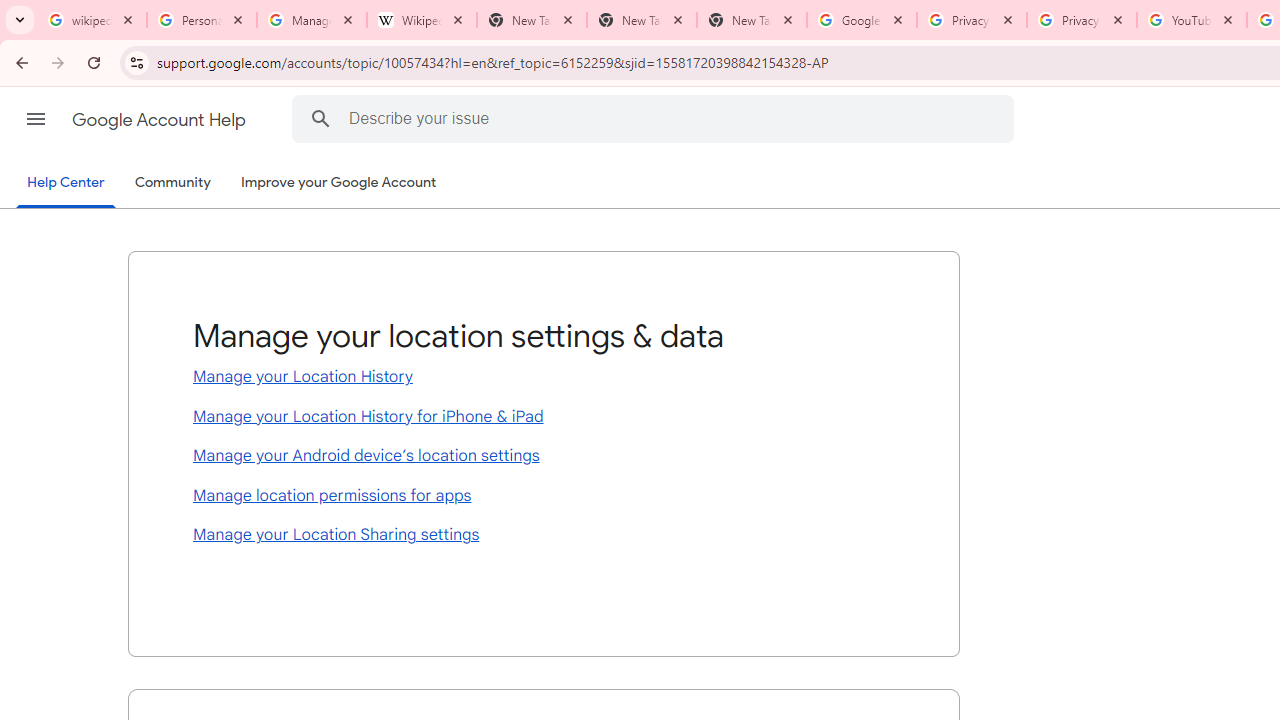 The width and height of the screenshot is (1280, 720). What do you see at coordinates (311, 20) in the screenshot?
I see `'Manage your Location History - Google Search Help'` at bounding box center [311, 20].